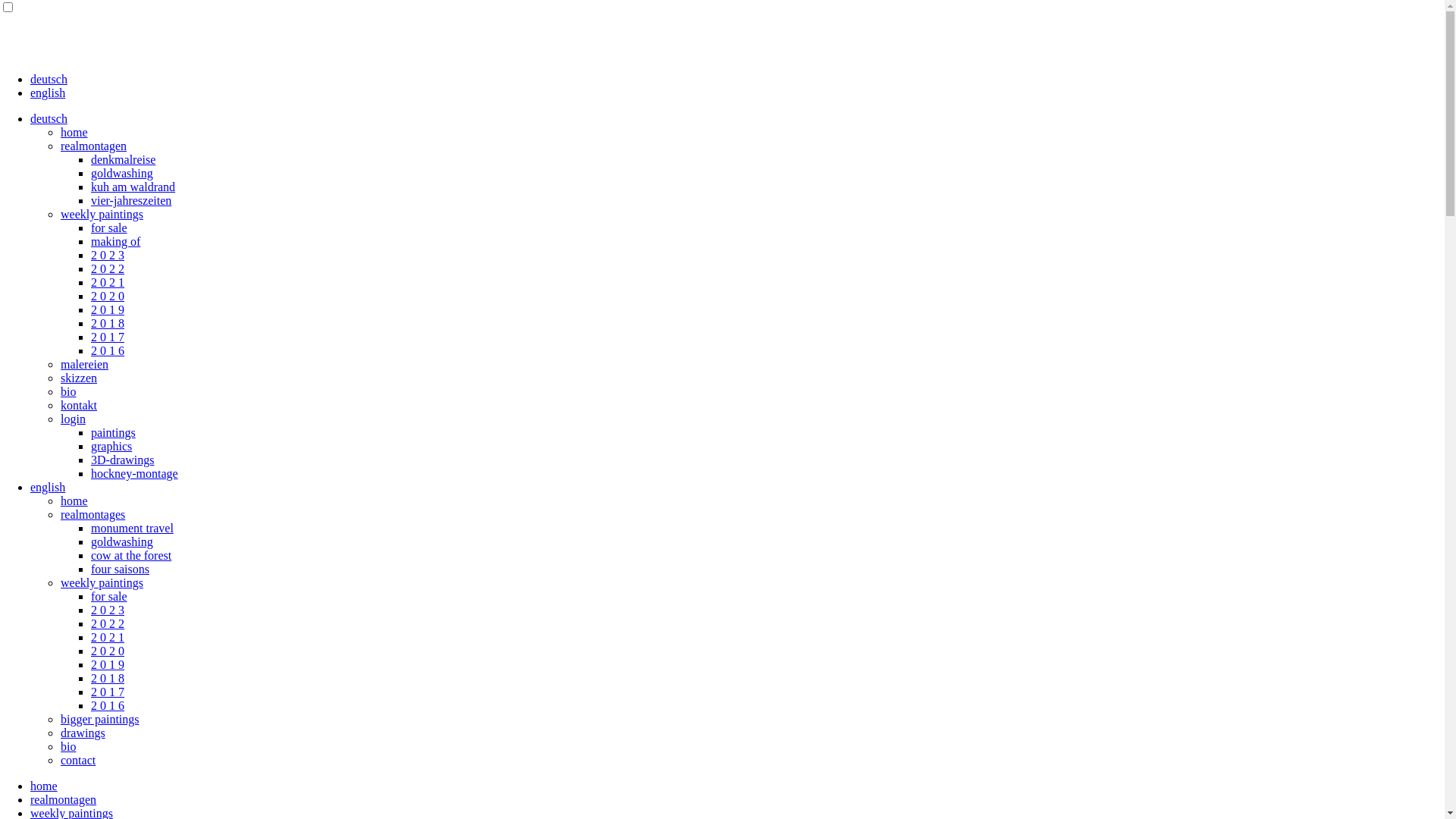 Image resolution: width=1456 pixels, height=819 pixels. Describe the element at coordinates (67, 745) in the screenshot. I see `'bio'` at that location.